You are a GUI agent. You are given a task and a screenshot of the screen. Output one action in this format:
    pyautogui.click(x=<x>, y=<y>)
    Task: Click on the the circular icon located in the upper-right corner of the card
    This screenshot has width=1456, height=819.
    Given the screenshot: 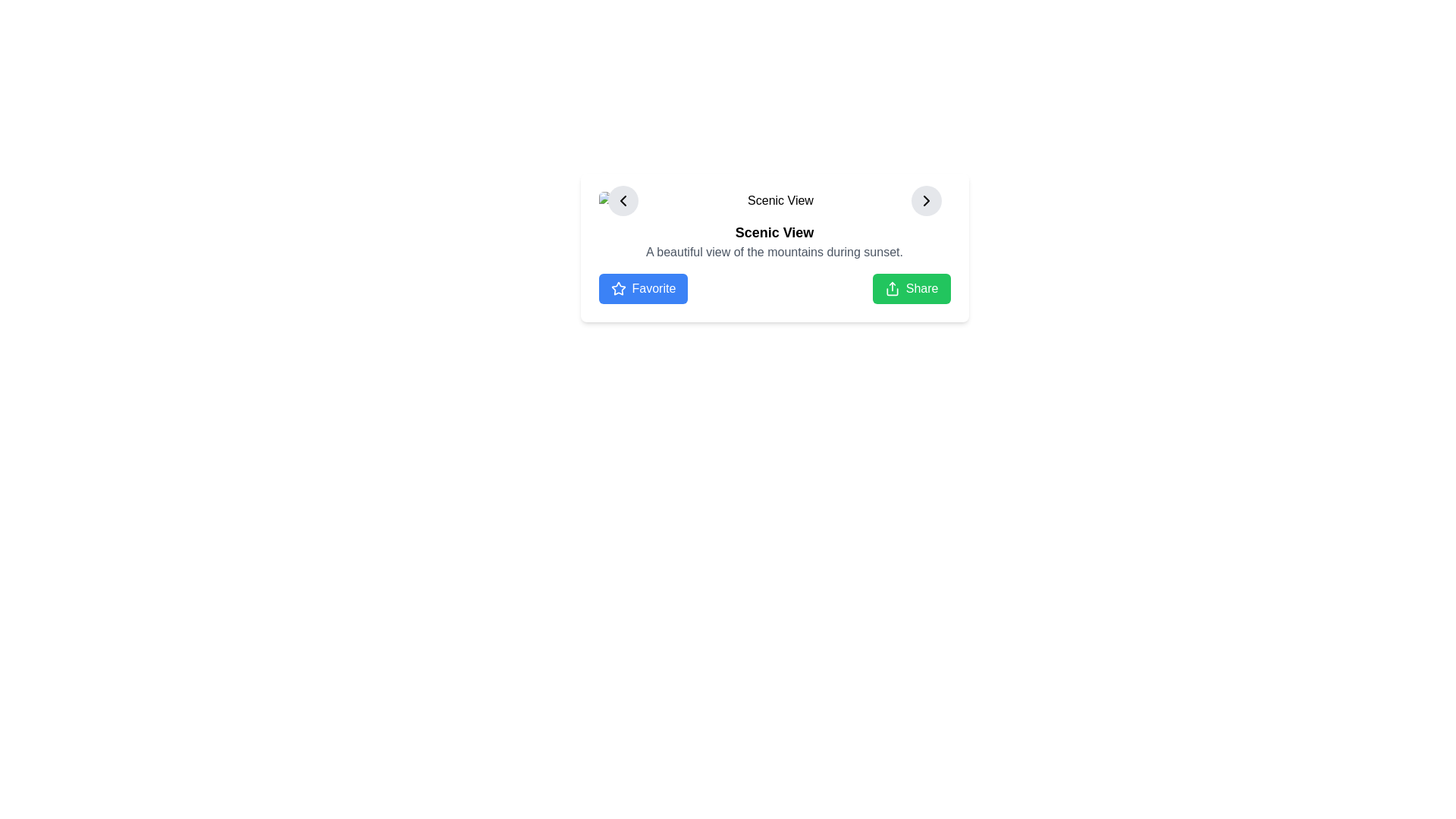 What is the action you would take?
    pyautogui.click(x=925, y=200)
    